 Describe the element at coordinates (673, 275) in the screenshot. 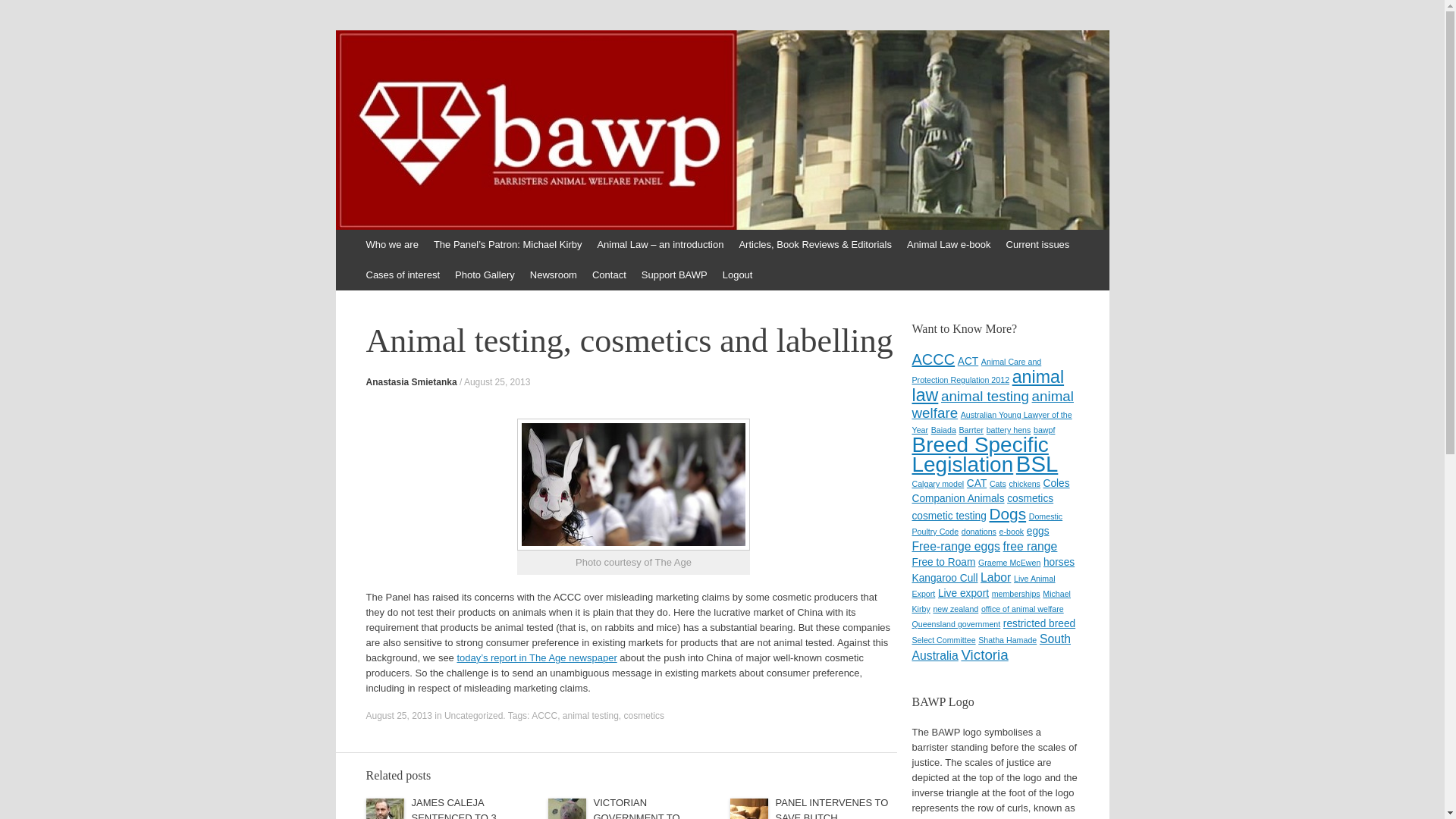

I see `'Support BAWP'` at that location.